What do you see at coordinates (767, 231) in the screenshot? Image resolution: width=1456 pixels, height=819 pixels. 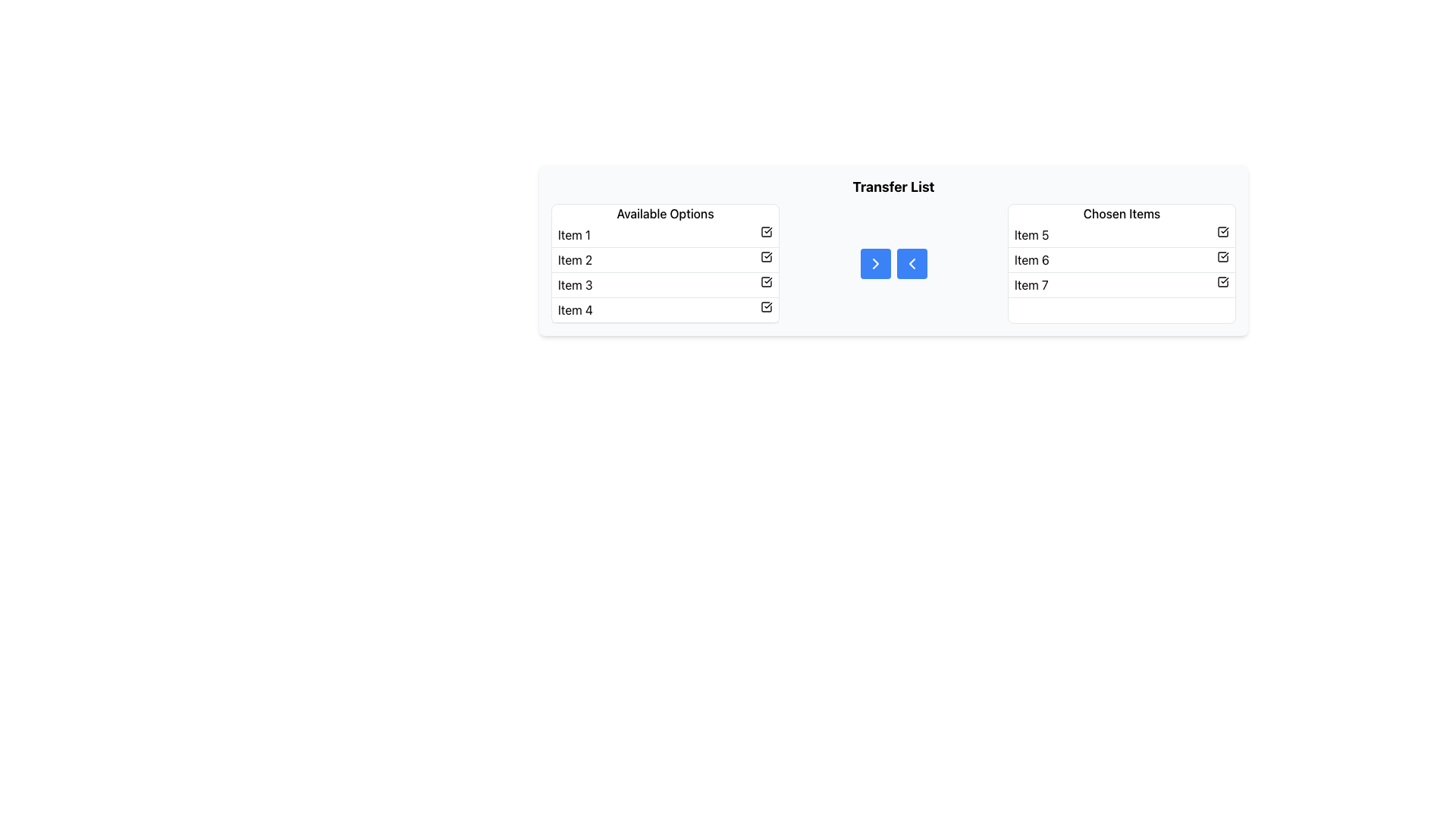 I see `the checkbox that represents the selected state of 'Item 1' in the 'Available Options' section` at bounding box center [767, 231].